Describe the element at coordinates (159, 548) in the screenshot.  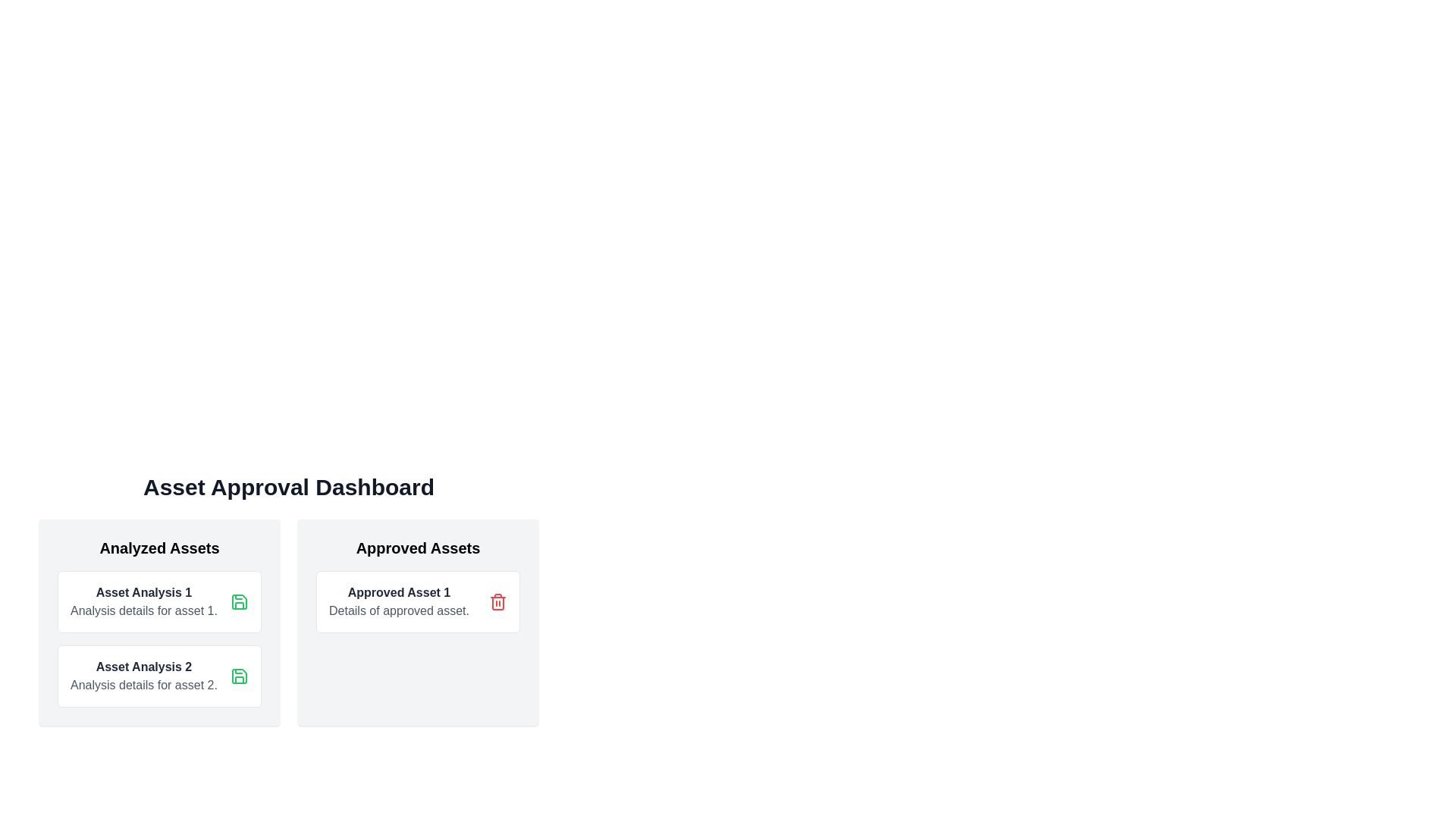
I see `displayed text from the 'Analyzed Assets' text label, which is a large, bold header in the Asset Approval Dashboard section` at that location.